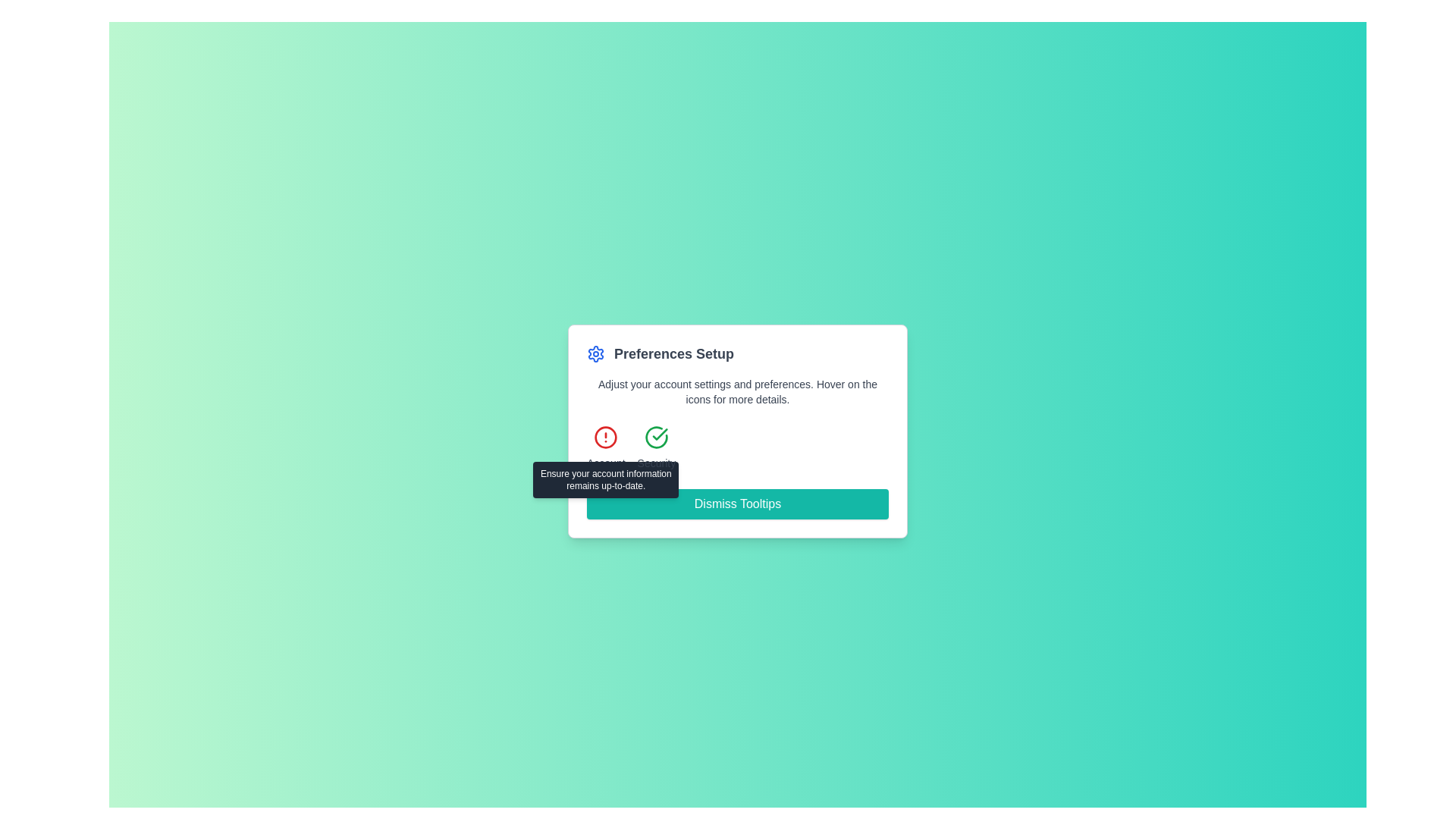  Describe the element at coordinates (605, 447) in the screenshot. I see `the Tooltip-trigger element with a warning icon and text 'Account'` at that location.